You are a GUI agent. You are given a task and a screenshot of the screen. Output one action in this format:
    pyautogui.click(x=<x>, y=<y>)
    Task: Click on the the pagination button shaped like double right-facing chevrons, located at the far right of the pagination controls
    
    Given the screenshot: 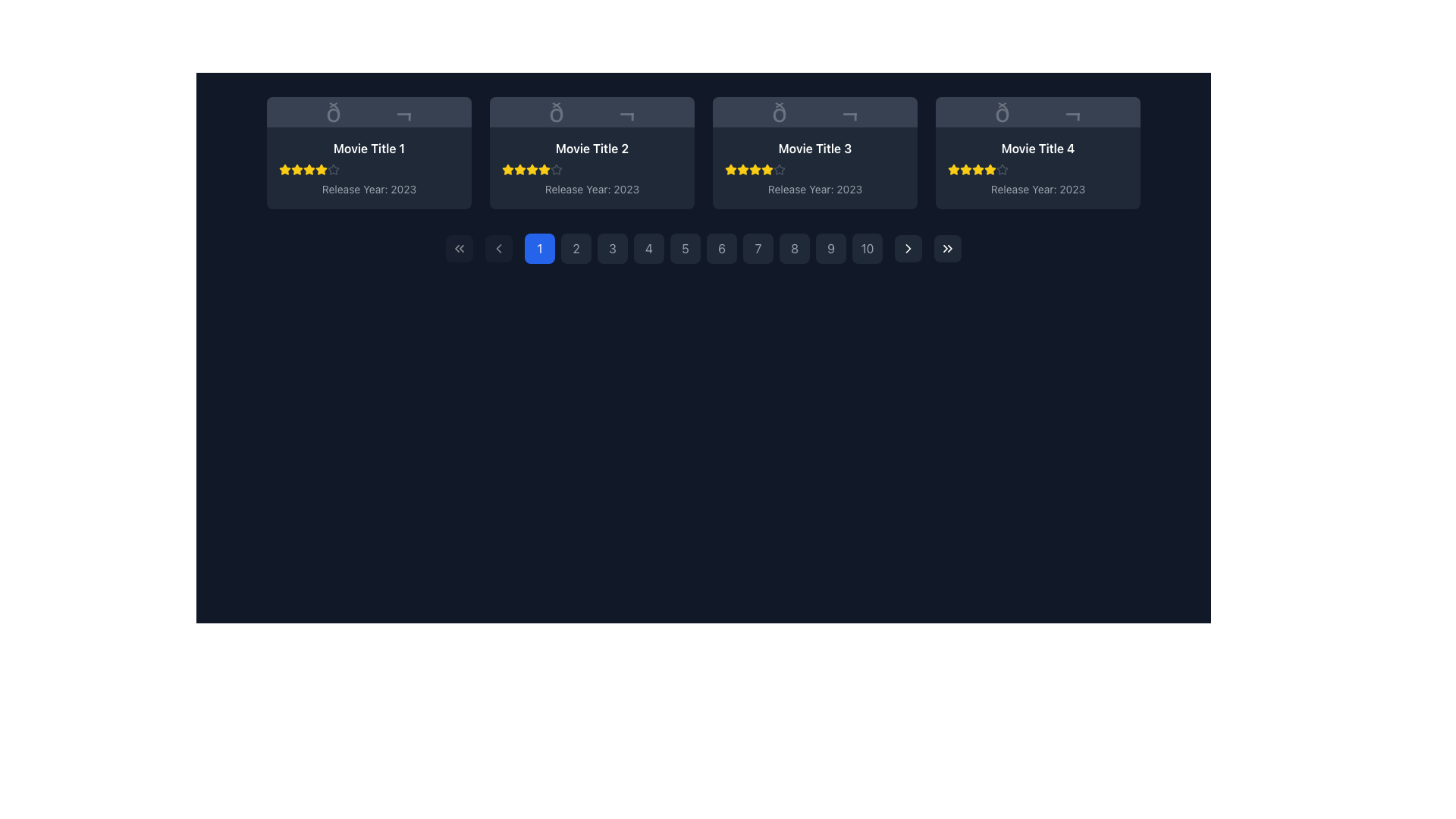 What is the action you would take?
    pyautogui.click(x=946, y=247)
    